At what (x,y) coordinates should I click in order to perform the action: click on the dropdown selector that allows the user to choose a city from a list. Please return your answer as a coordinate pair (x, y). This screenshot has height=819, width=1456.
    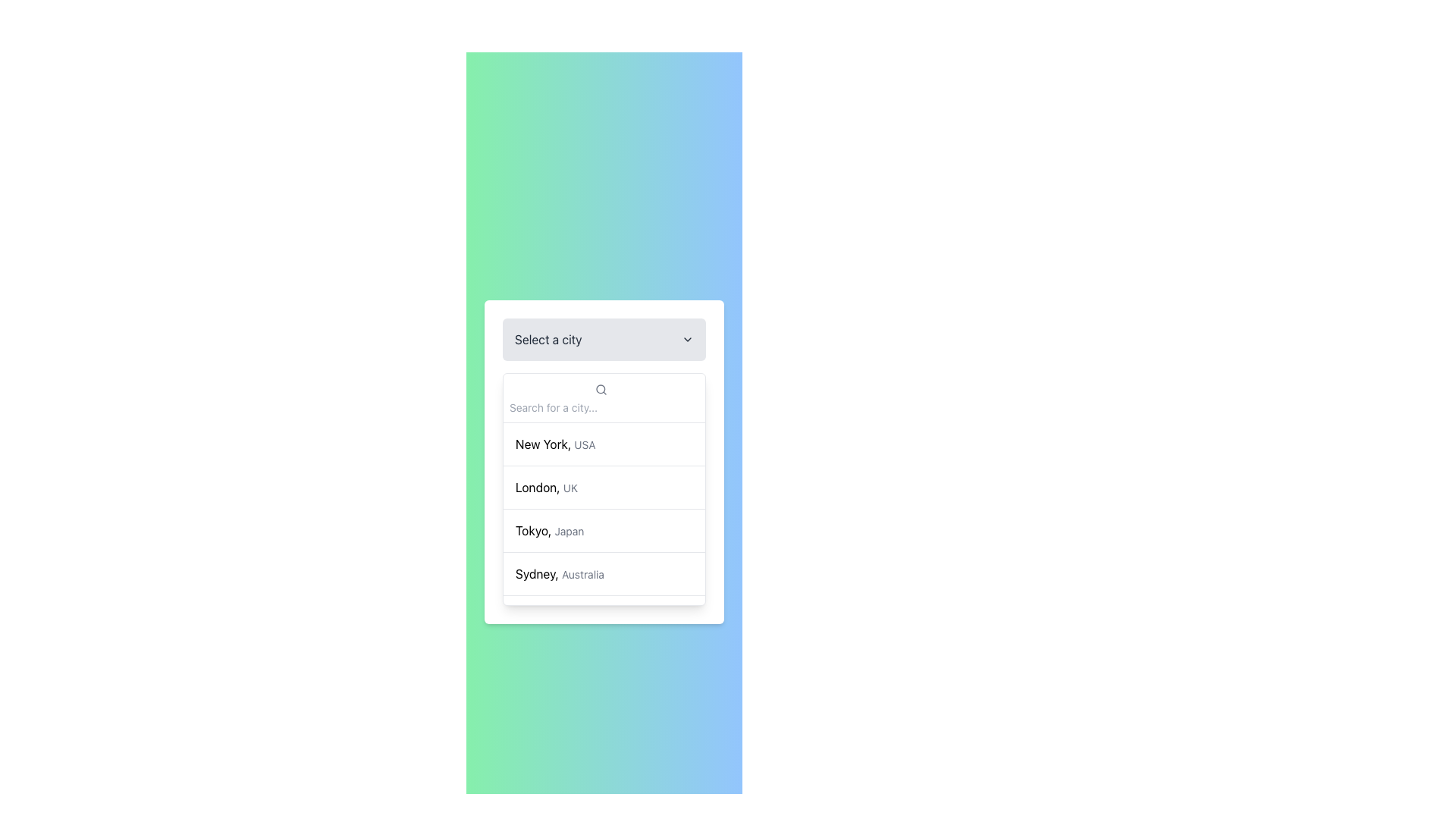
    Looking at the image, I should click on (603, 338).